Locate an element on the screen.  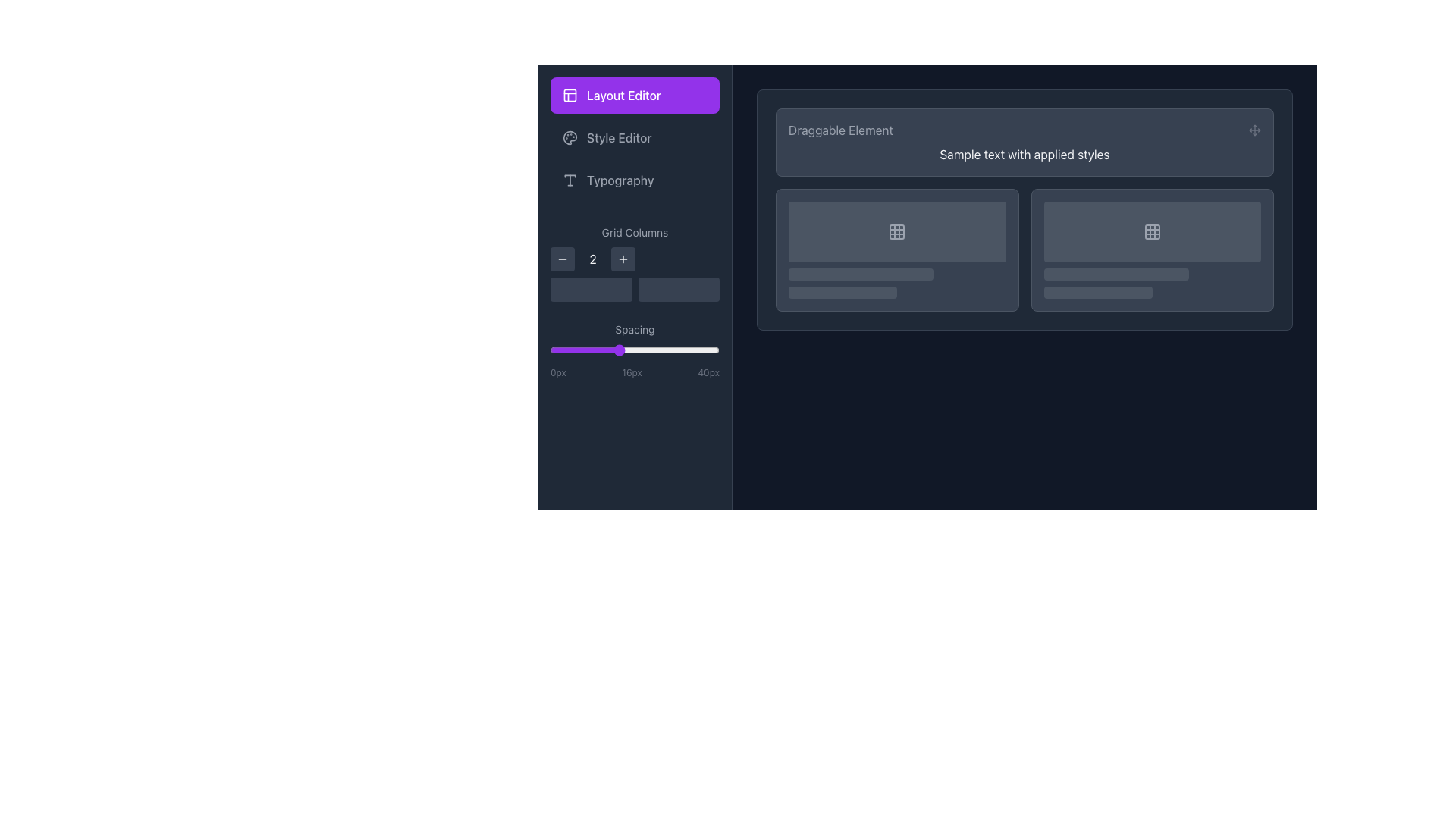
the leftmost button in the 'Grid Columns' section of the layout editor panel to interact with it is located at coordinates (590, 289).